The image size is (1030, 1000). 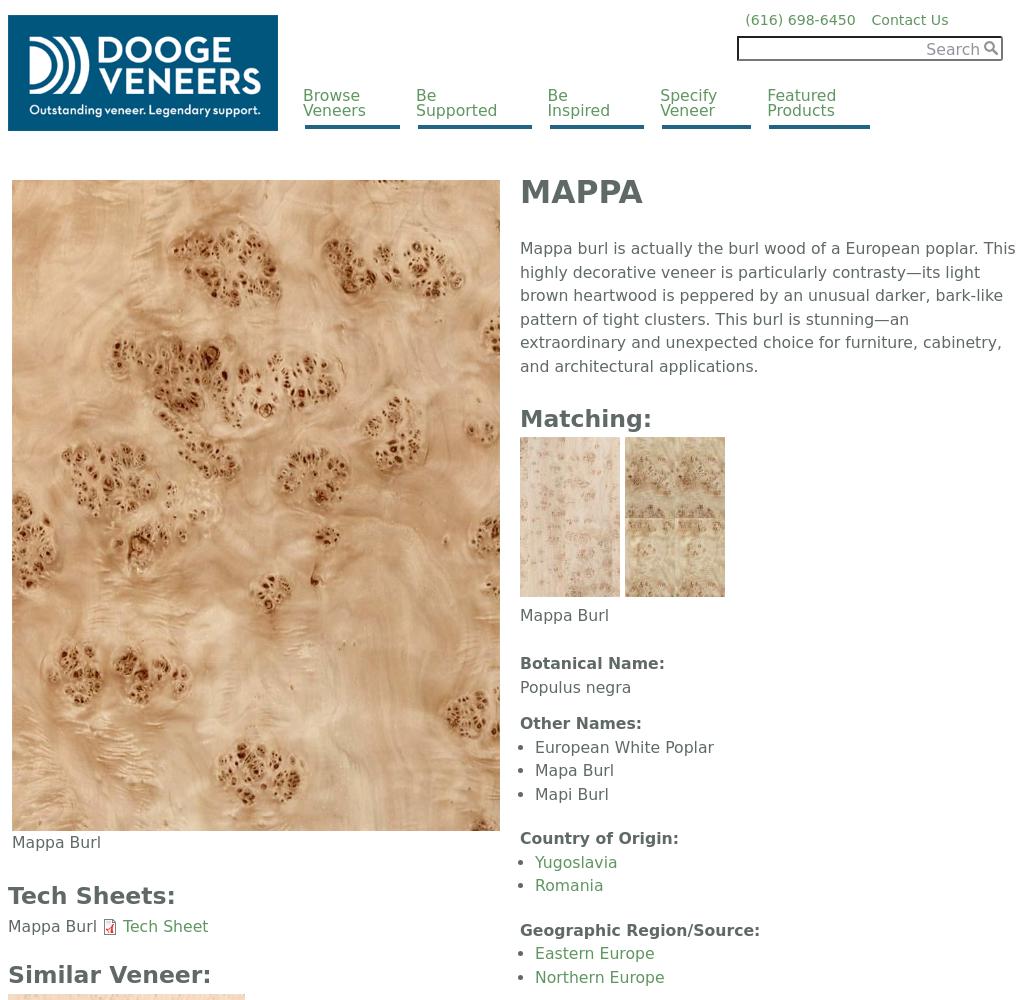 What do you see at coordinates (520, 307) in the screenshot?
I see `'Mappa burl is actually the burl wood of a European poplar. This highly decorative veneer is particularly contrasty—its light brown heartwood is peppered by an unusual darker, bark-like pattern of tight clusters. This burl is stunning—an extraordinary and unexpected choice for furniture, cabinetry, and architectural applications.'` at bounding box center [520, 307].